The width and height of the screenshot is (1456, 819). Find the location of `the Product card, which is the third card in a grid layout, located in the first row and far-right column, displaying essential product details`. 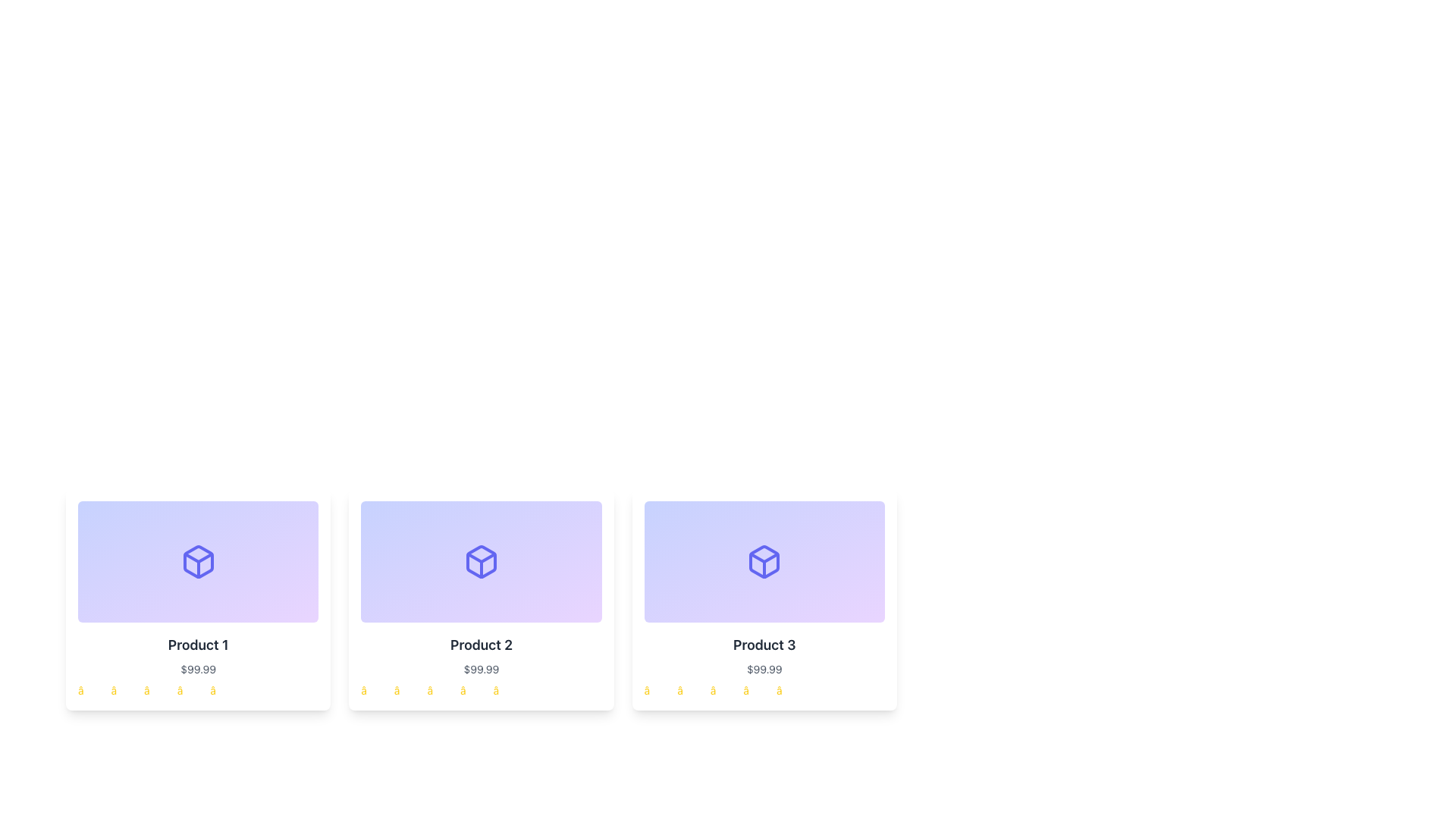

the Product card, which is the third card in a grid layout, located in the first row and far-right column, displaying essential product details is located at coordinates (764, 598).